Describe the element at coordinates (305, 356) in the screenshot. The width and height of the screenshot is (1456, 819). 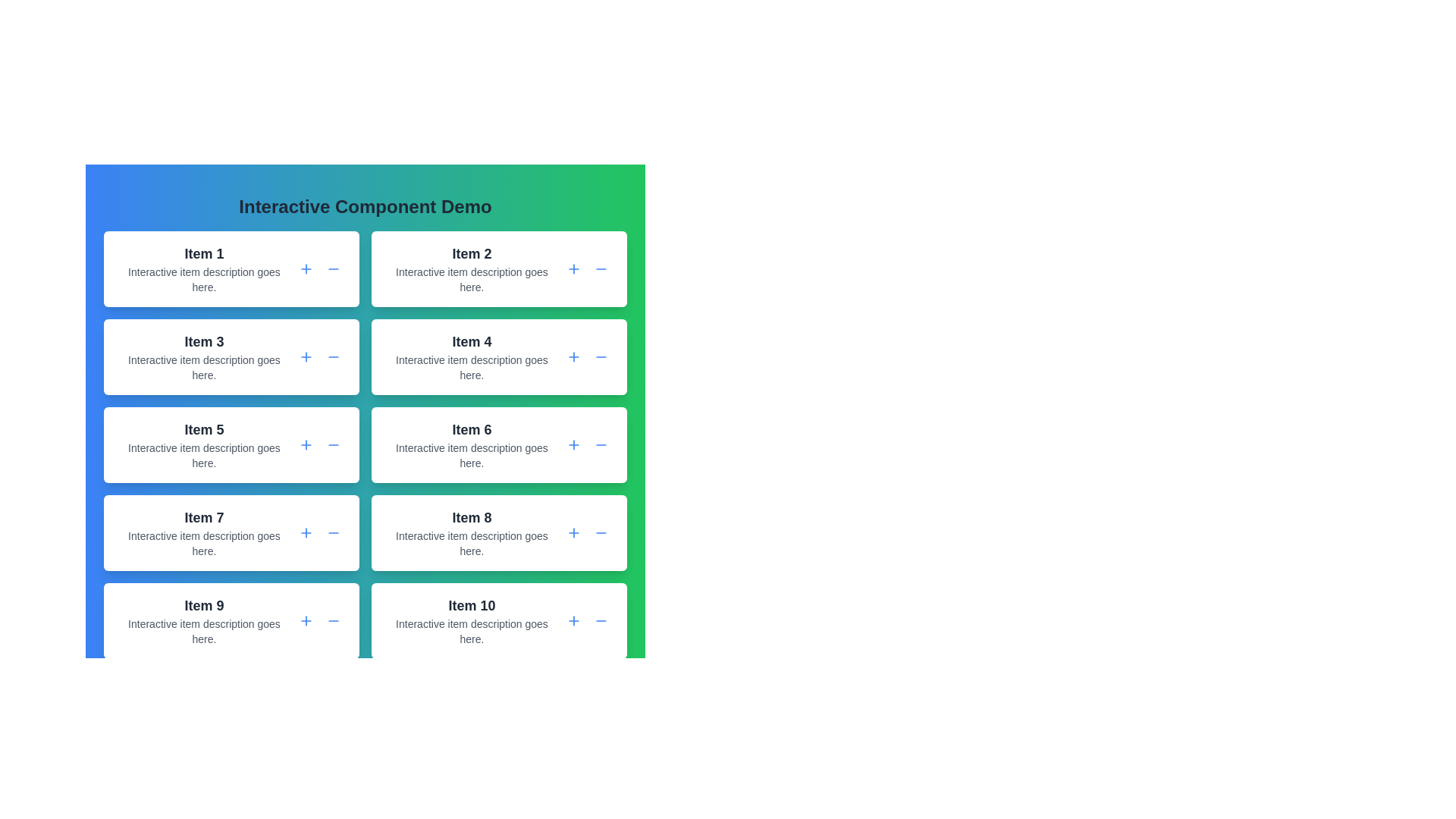
I see `the small blue plus icon button located in the 'Item 3' panel` at that location.